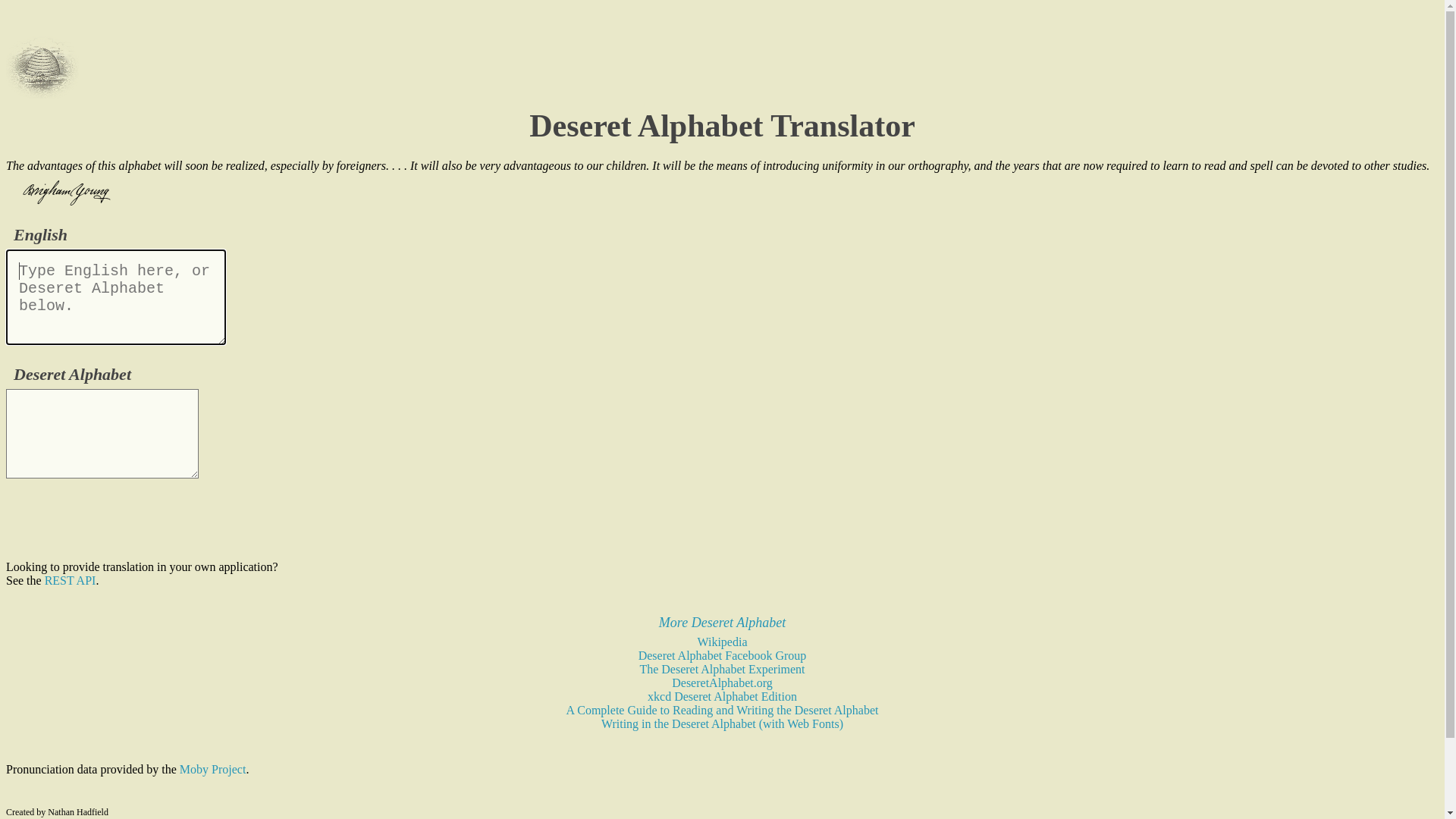  What do you see at coordinates (722, 654) in the screenshot?
I see `'Deseret Alphabet Facebook Group'` at bounding box center [722, 654].